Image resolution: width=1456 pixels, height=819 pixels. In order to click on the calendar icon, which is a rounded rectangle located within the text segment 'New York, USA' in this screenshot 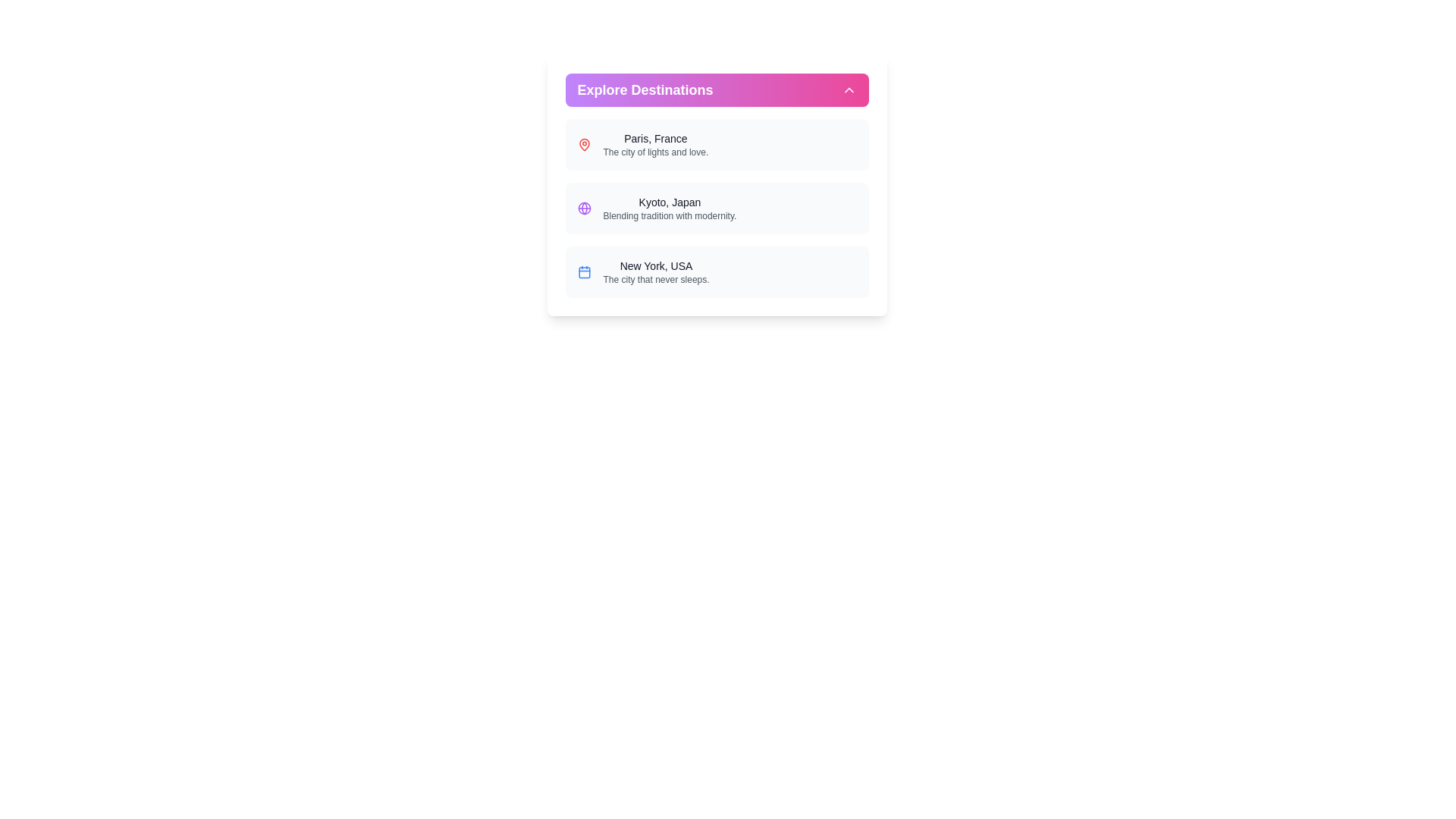, I will do `click(583, 271)`.